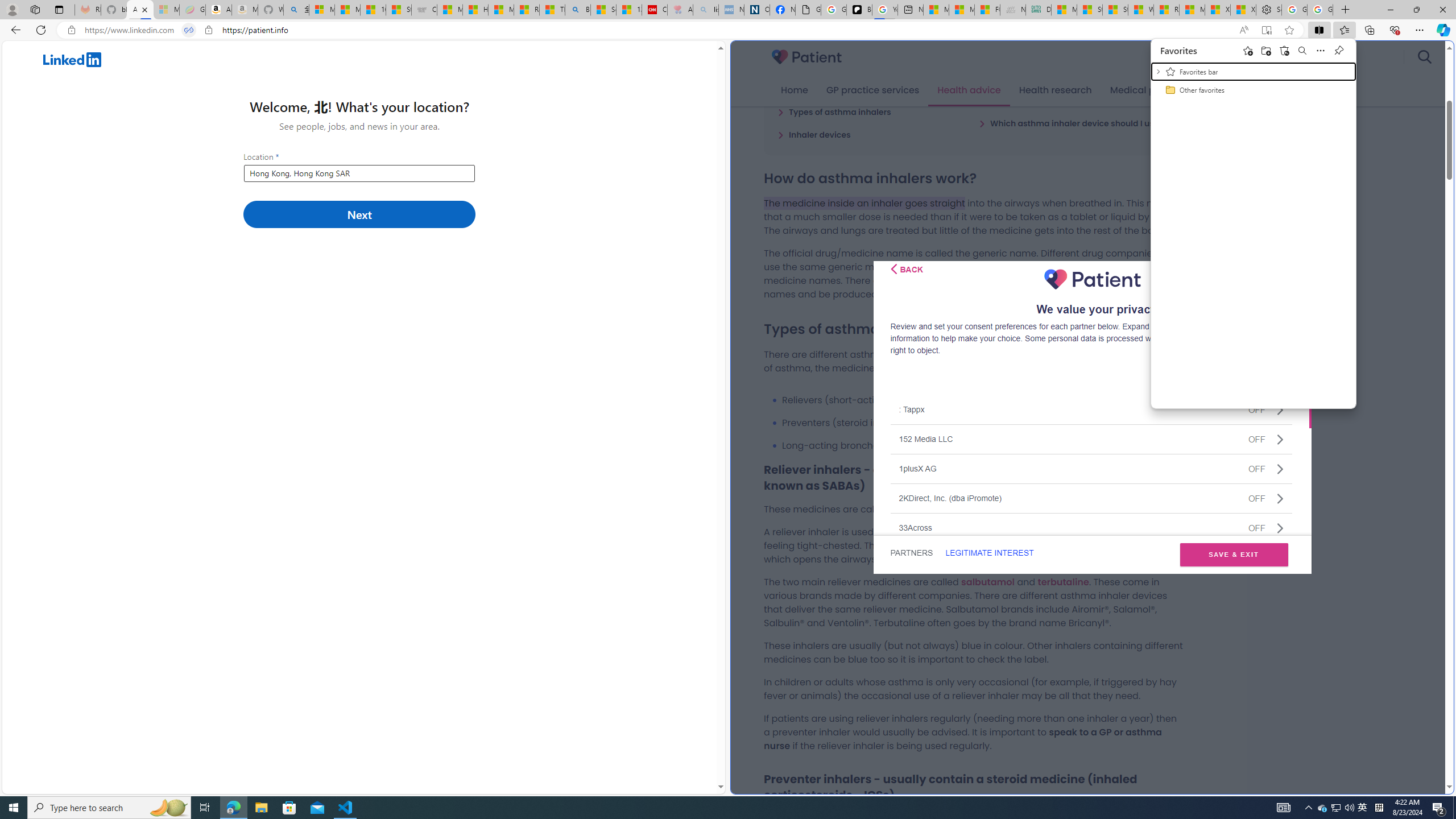 This screenshot has width=1456, height=819. What do you see at coordinates (1233, 554) in the screenshot?
I see `'SAVE & EXIT'` at bounding box center [1233, 554].